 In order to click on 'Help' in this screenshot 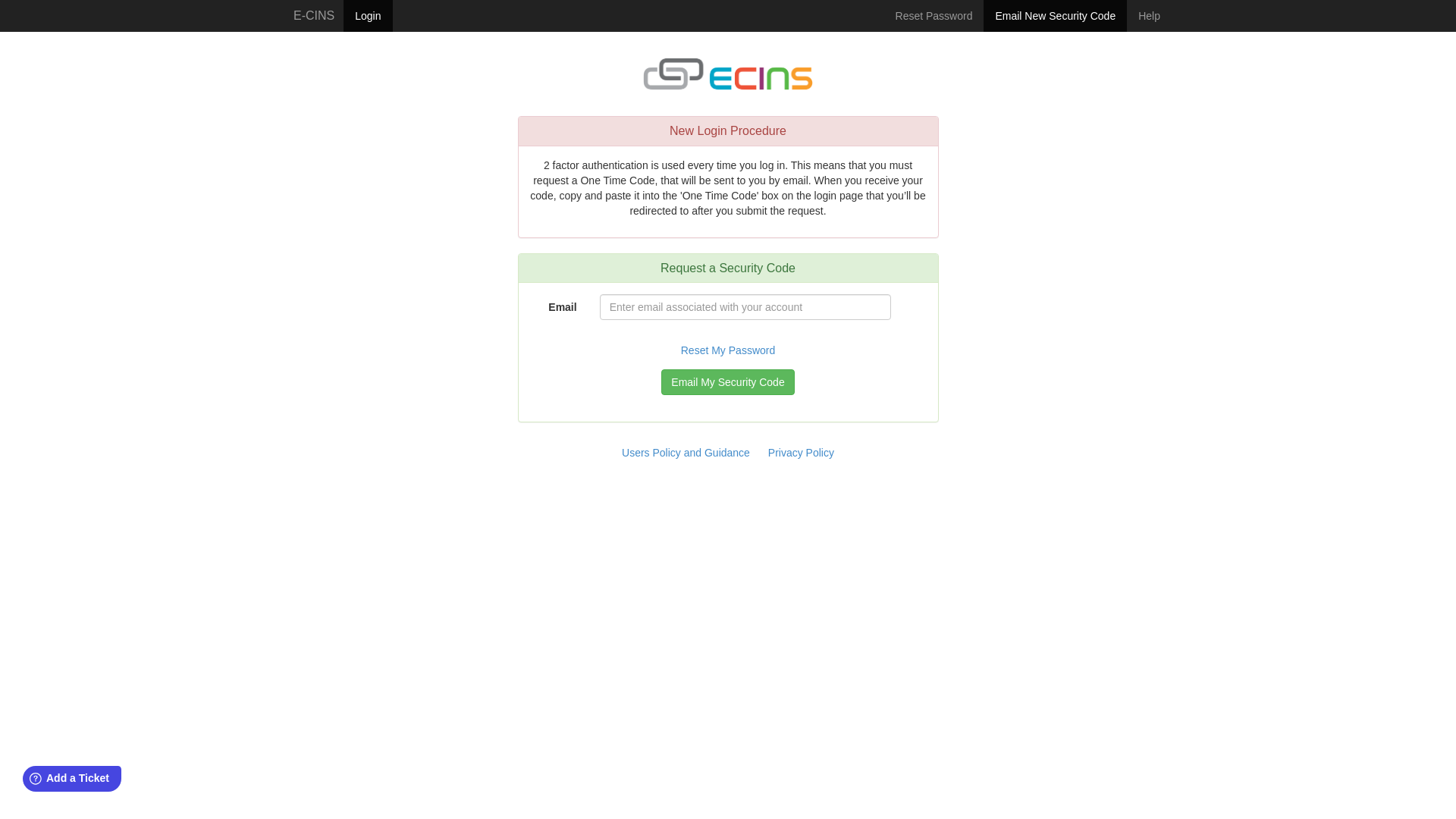, I will do `click(1149, 15)`.